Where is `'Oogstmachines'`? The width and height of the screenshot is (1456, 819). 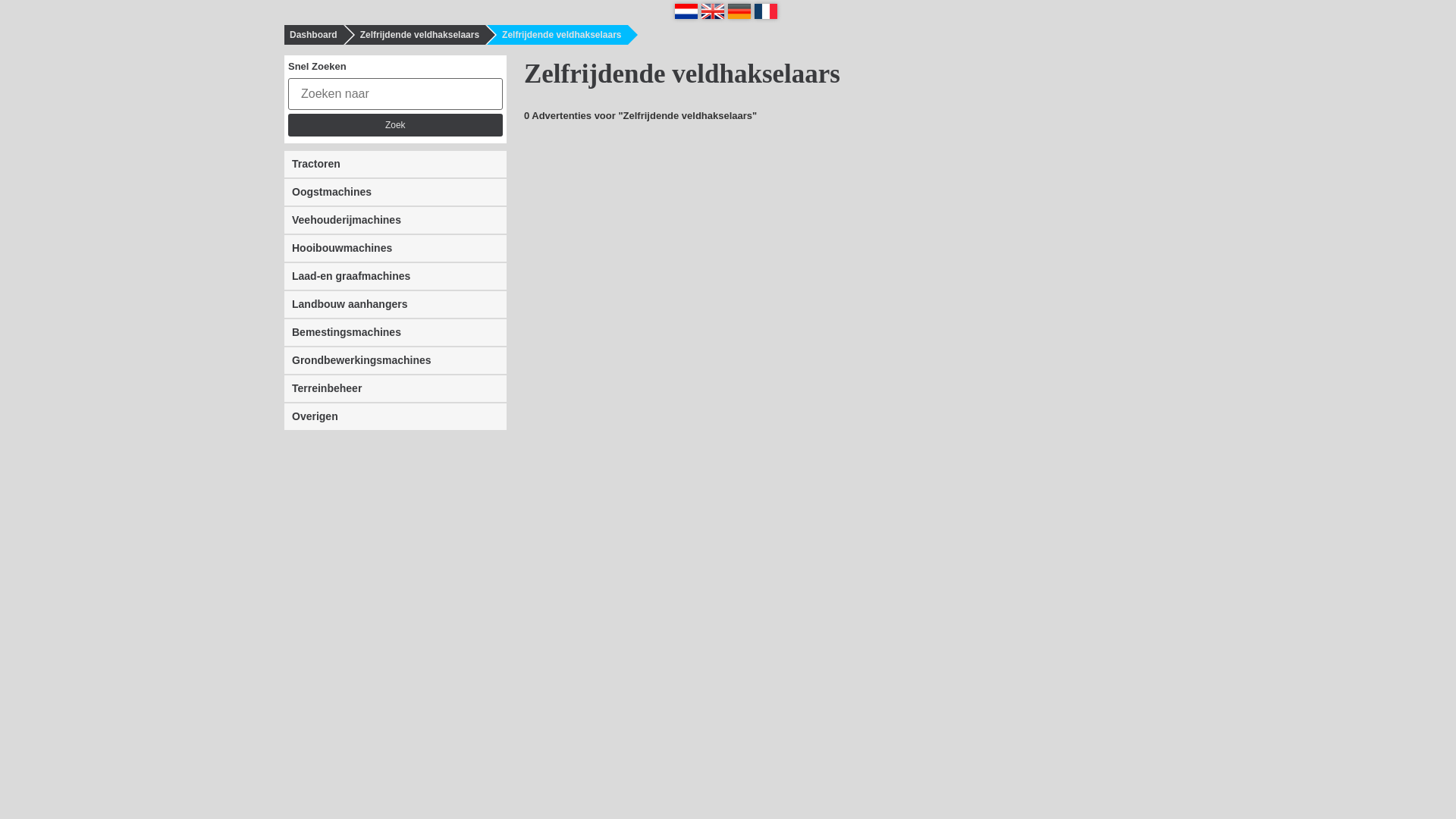 'Oogstmachines' is located at coordinates (395, 191).